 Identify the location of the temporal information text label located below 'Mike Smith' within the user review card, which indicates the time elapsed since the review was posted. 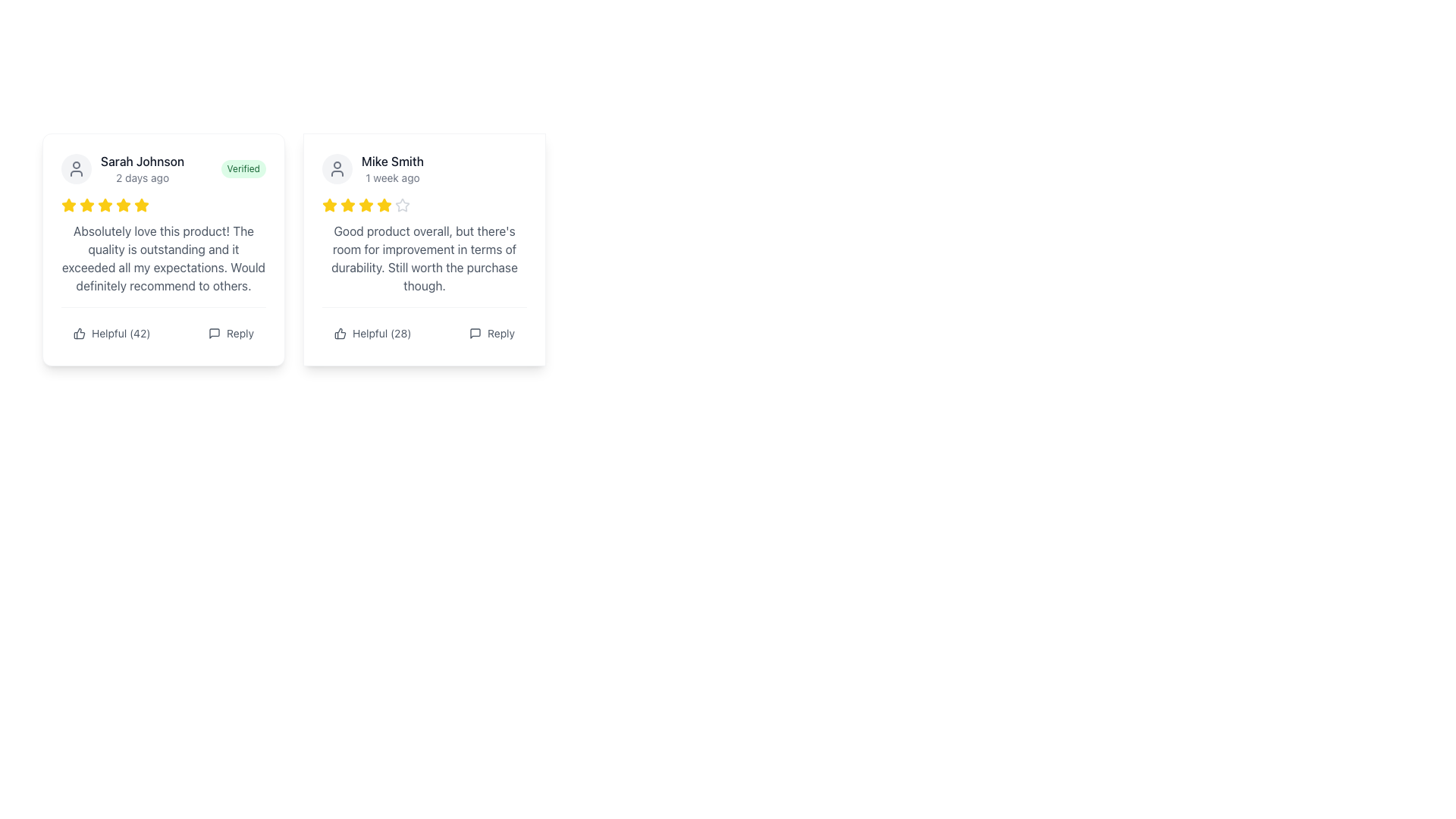
(393, 177).